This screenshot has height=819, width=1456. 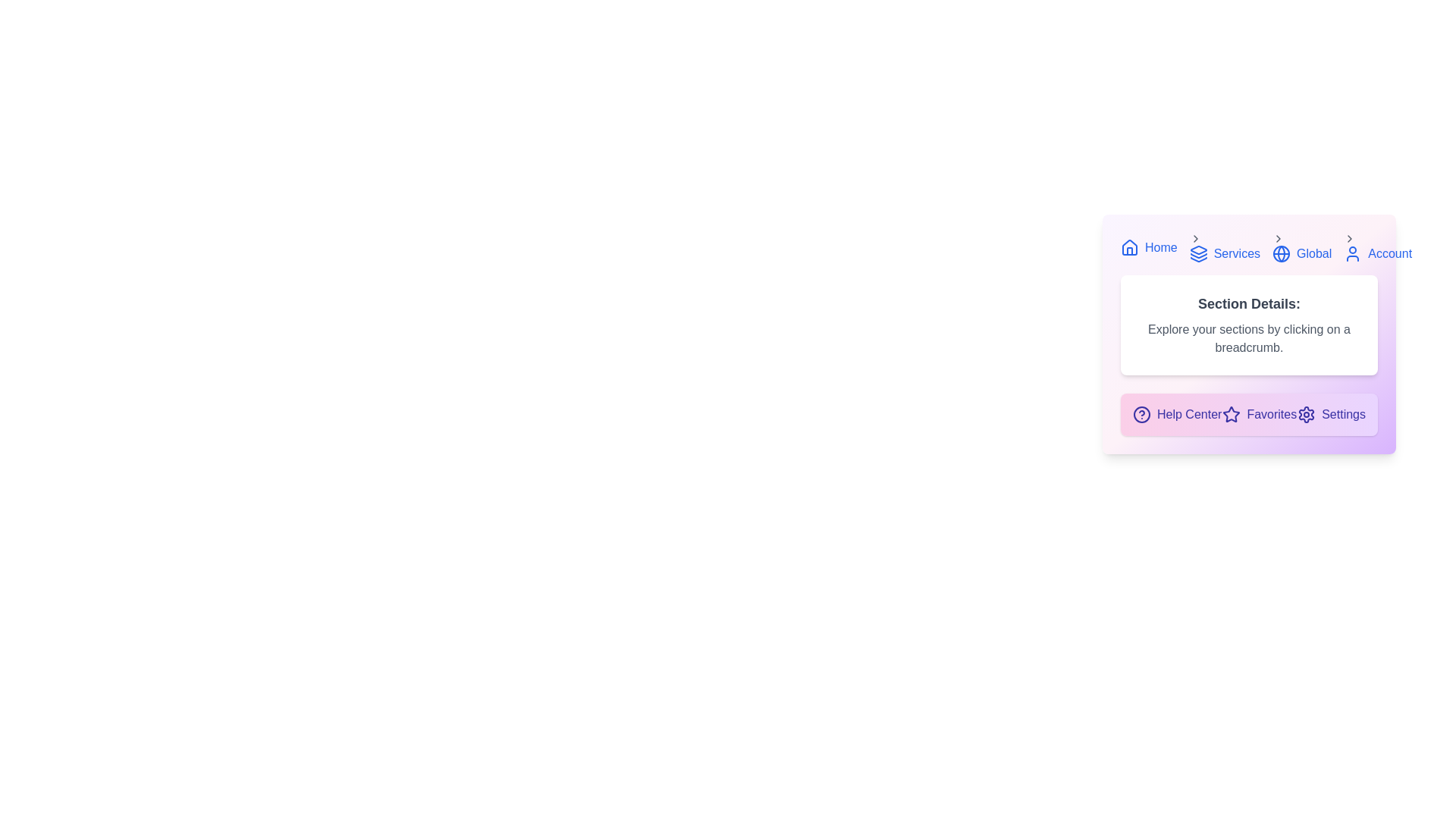 What do you see at coordinates (1237, 253) in the screenshot?
I see `the 'Services' text label in the breadcrumb component to trigger the underline effect` at bounding box center [1237, 253].